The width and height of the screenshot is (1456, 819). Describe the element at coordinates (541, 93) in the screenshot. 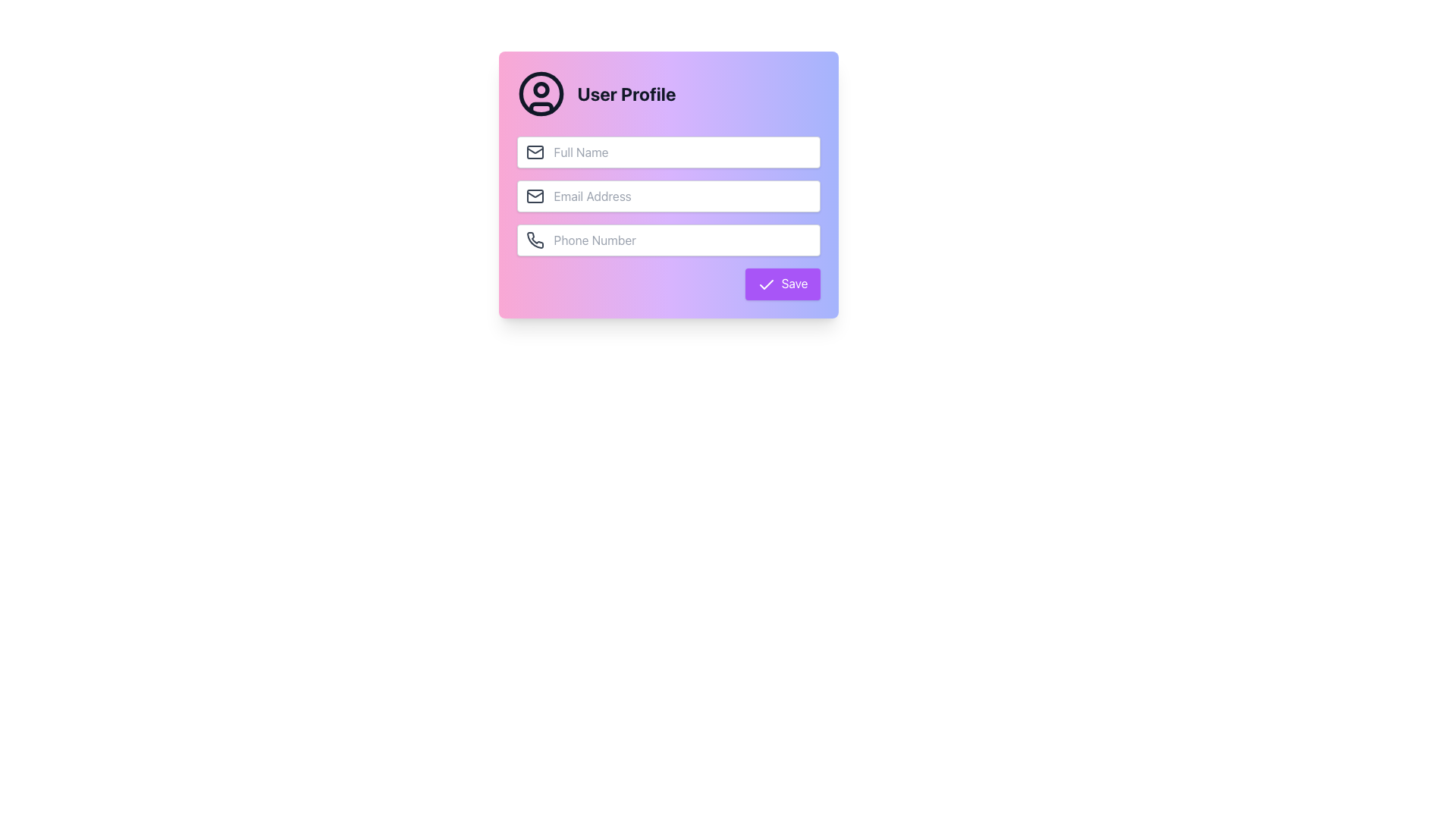

I see `the user profile icon, which is a person icon within a circular boundary, located at the top-left corner of a colorful card layout with a gradient background` at that location.